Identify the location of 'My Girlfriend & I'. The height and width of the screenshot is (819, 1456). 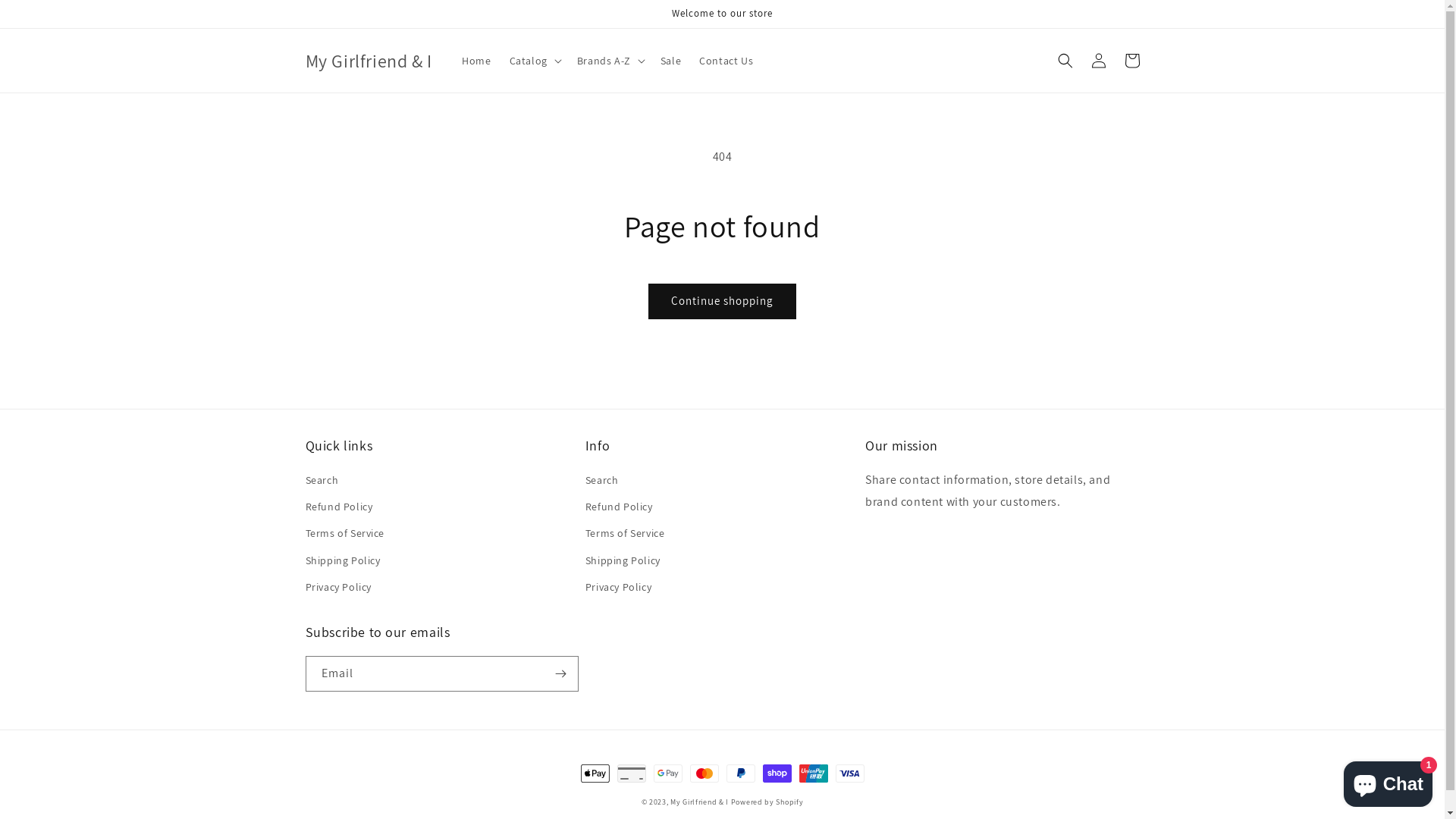
(699, 801).